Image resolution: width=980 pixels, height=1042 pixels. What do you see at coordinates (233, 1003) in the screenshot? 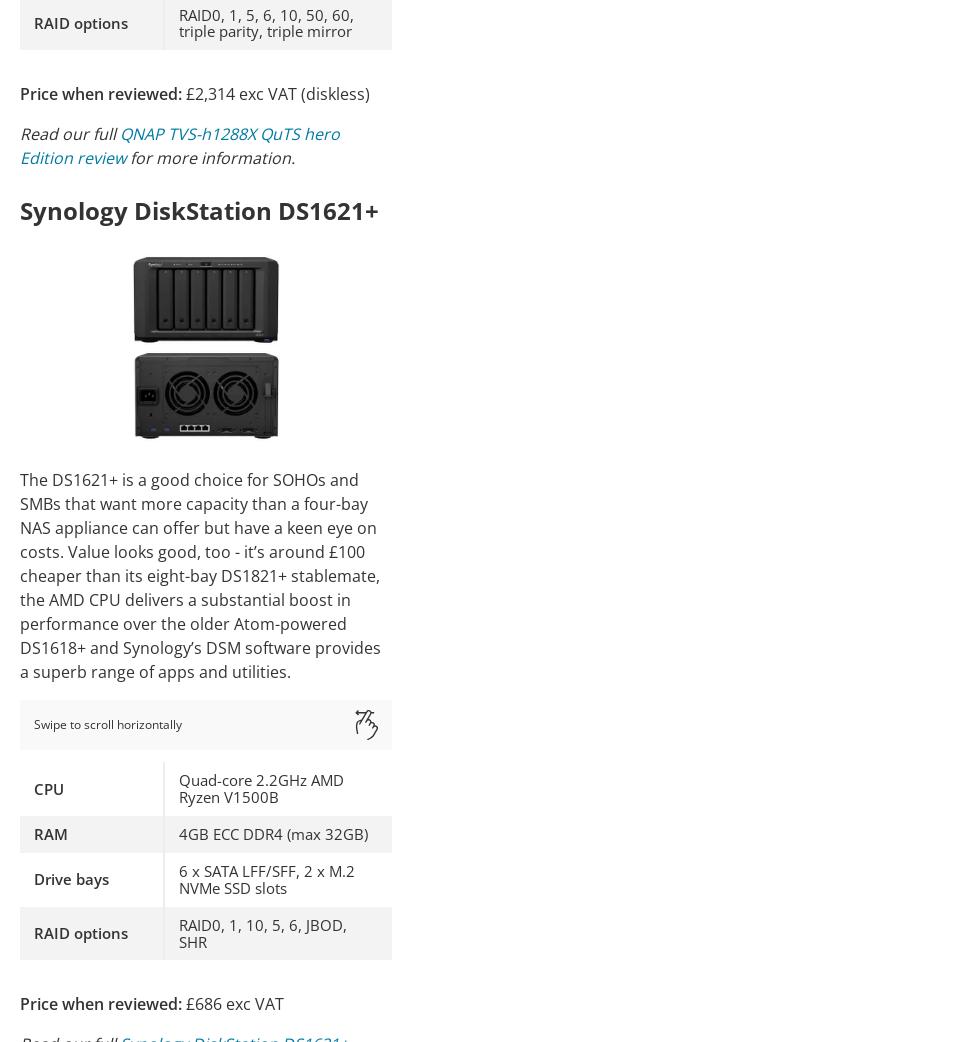
I see `'£686 exc VAT'` at bounding box center [233, 1003].